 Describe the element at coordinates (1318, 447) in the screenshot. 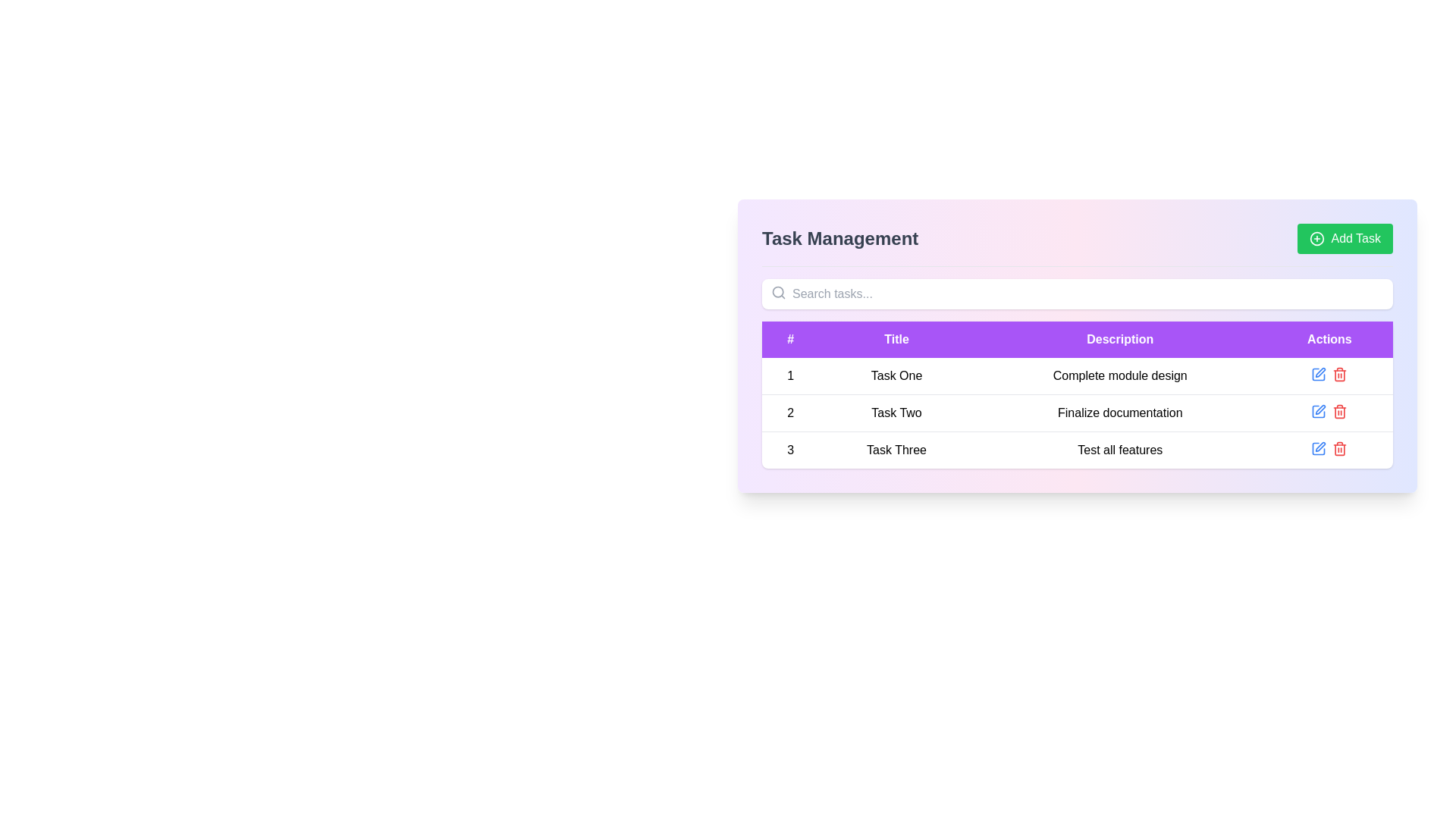

I see `the editing icon located in the third row of actions under the 'Actions' column for 'Task Three'` at that location.